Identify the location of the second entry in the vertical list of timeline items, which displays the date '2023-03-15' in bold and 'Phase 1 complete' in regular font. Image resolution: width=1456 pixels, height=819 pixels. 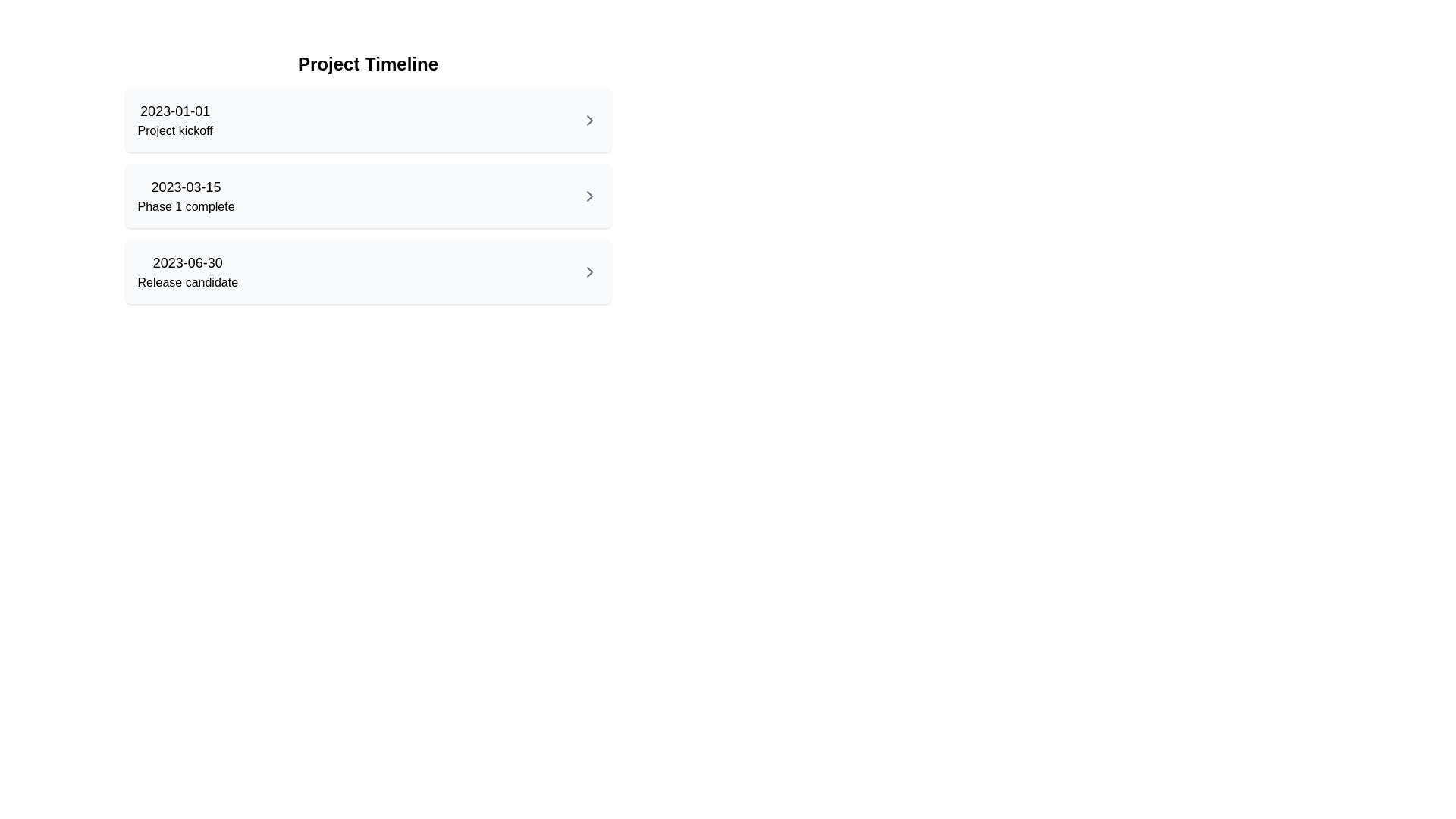
(185, 195).